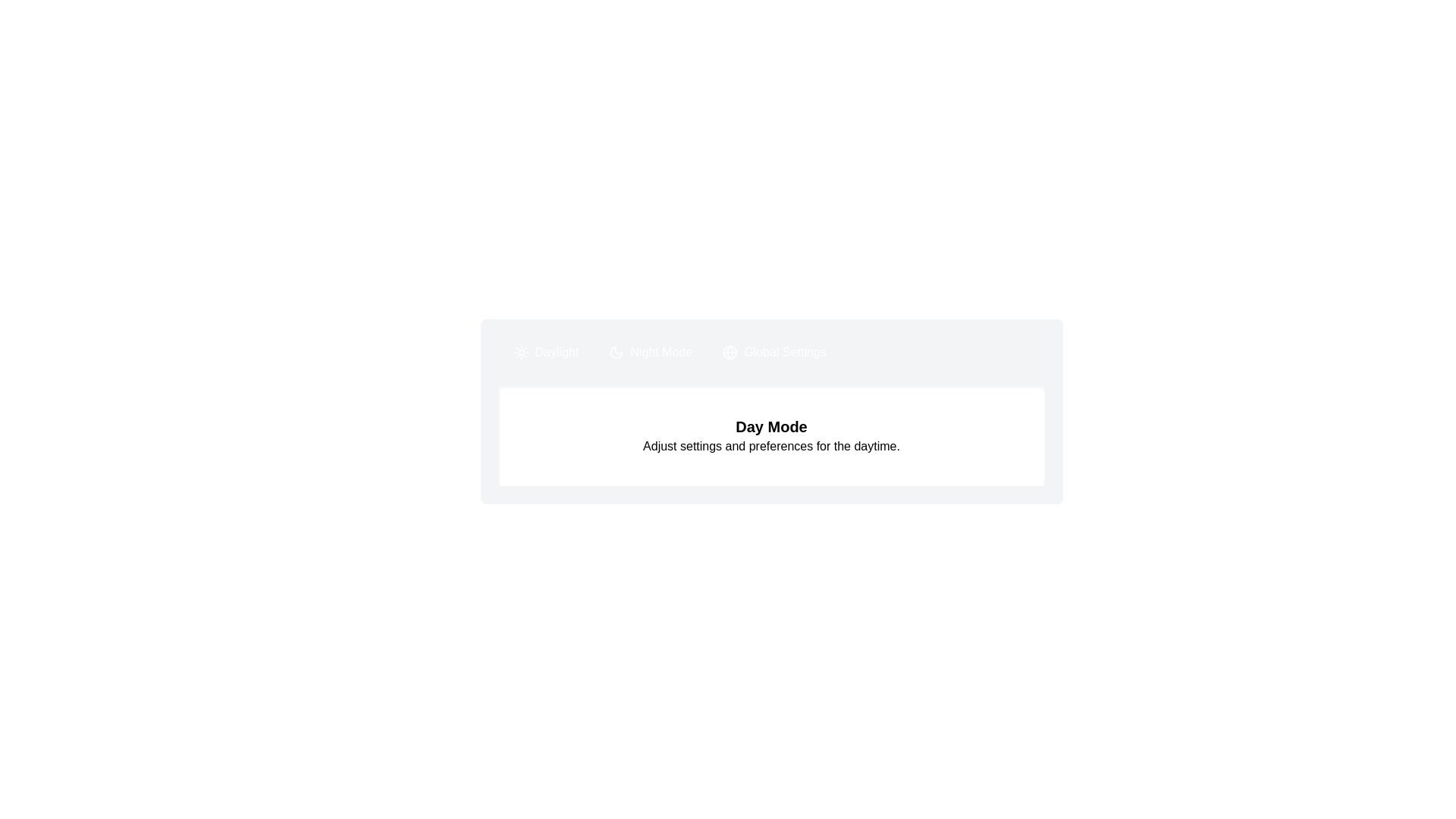  I want to click on the Daylight tab by clicking on its button, so click(546, 353).